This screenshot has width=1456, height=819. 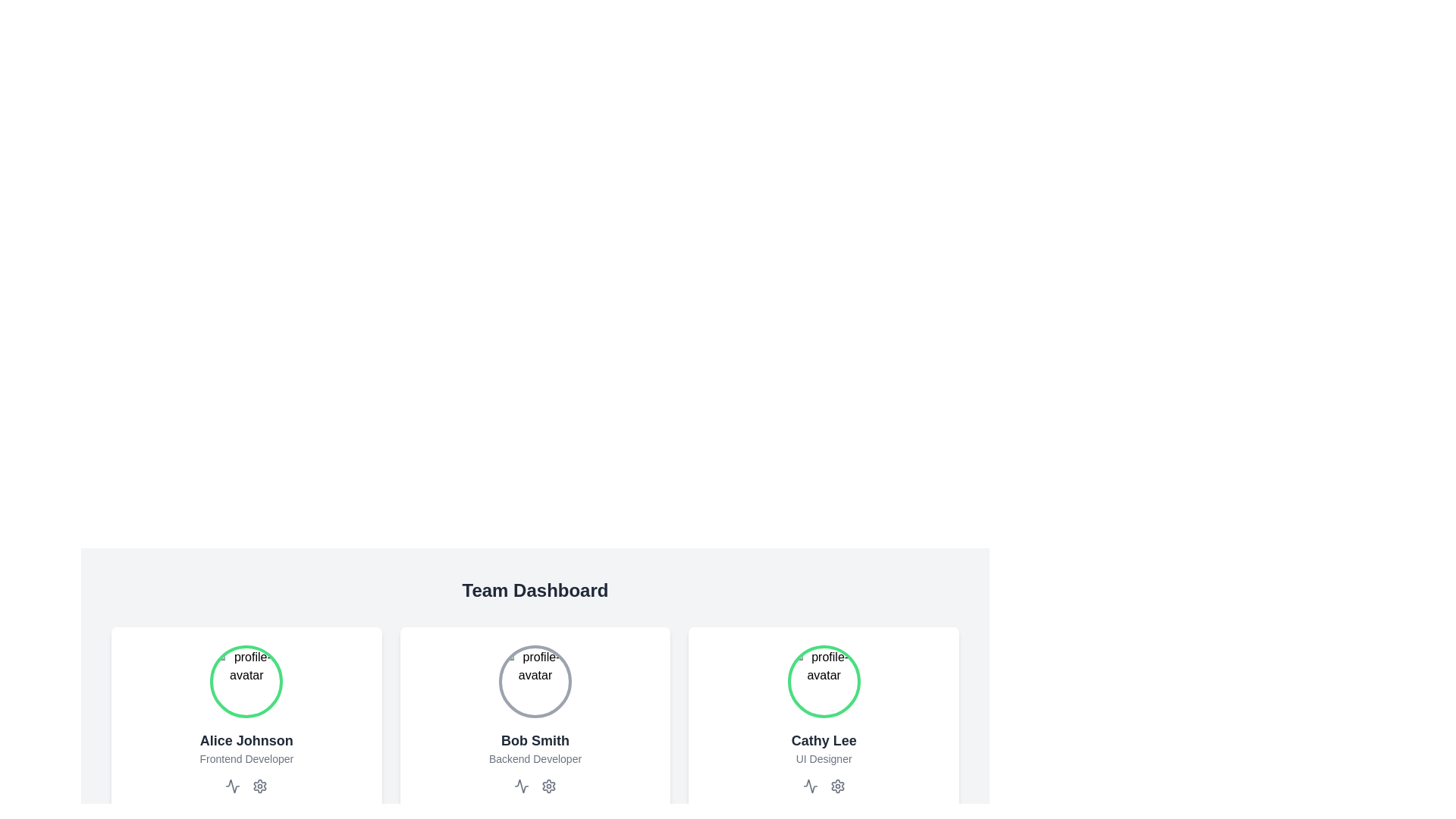 What do you see at coordinates (246, 759) in the screenshot?
I see `the text label describing the job title of Alice Johnson, located centrally below the profile avatar in the Team Dashboard` at bounding box center [246, 759].